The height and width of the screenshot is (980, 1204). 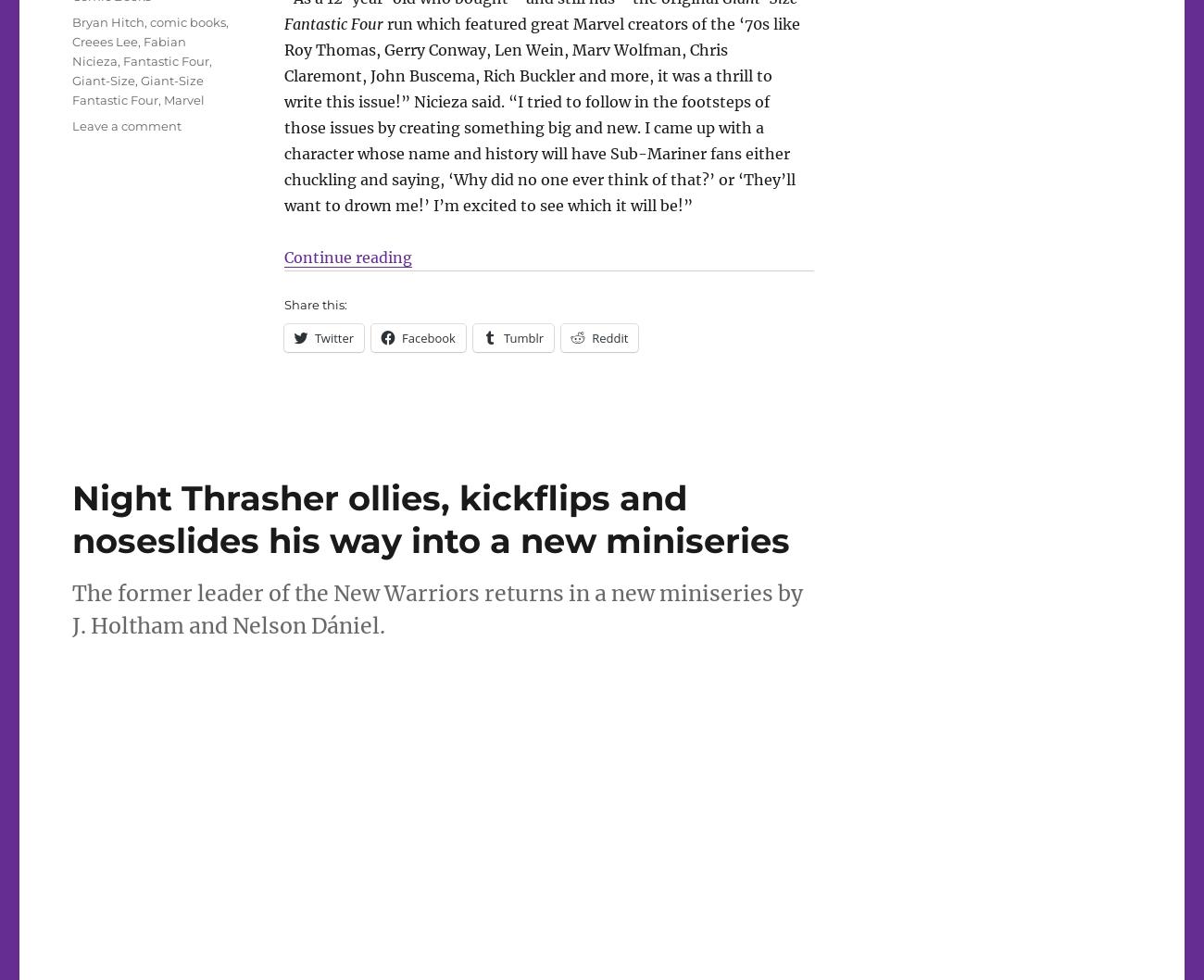 I want to click on 'The former leader of the New Warriors returns in a new miniseries by J. Holtham and Nelson Dániel.', so click(x=436, y=608).